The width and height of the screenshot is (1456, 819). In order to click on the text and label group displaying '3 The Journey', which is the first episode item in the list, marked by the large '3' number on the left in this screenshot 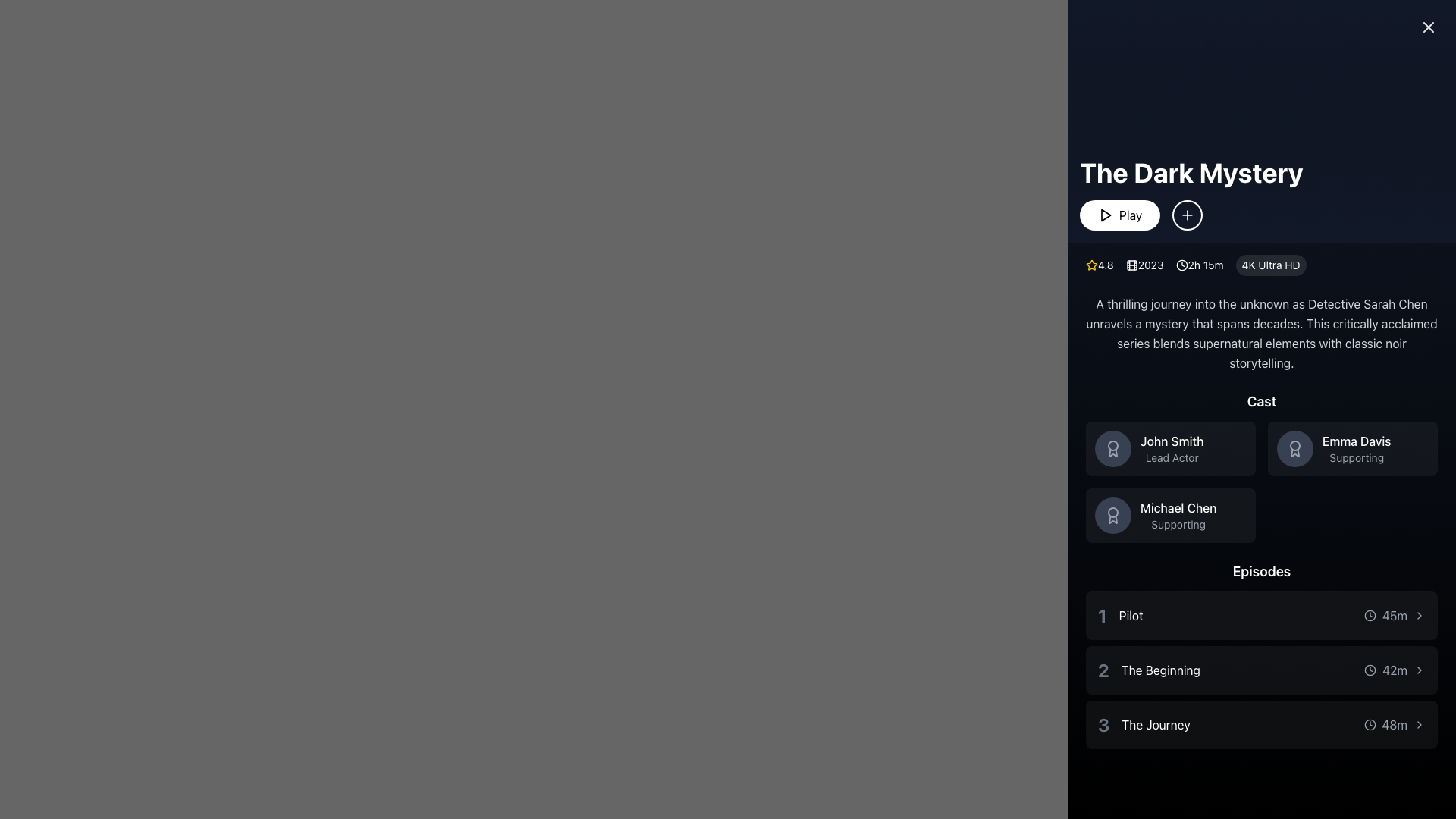, I will do `click(1144, 724)`.